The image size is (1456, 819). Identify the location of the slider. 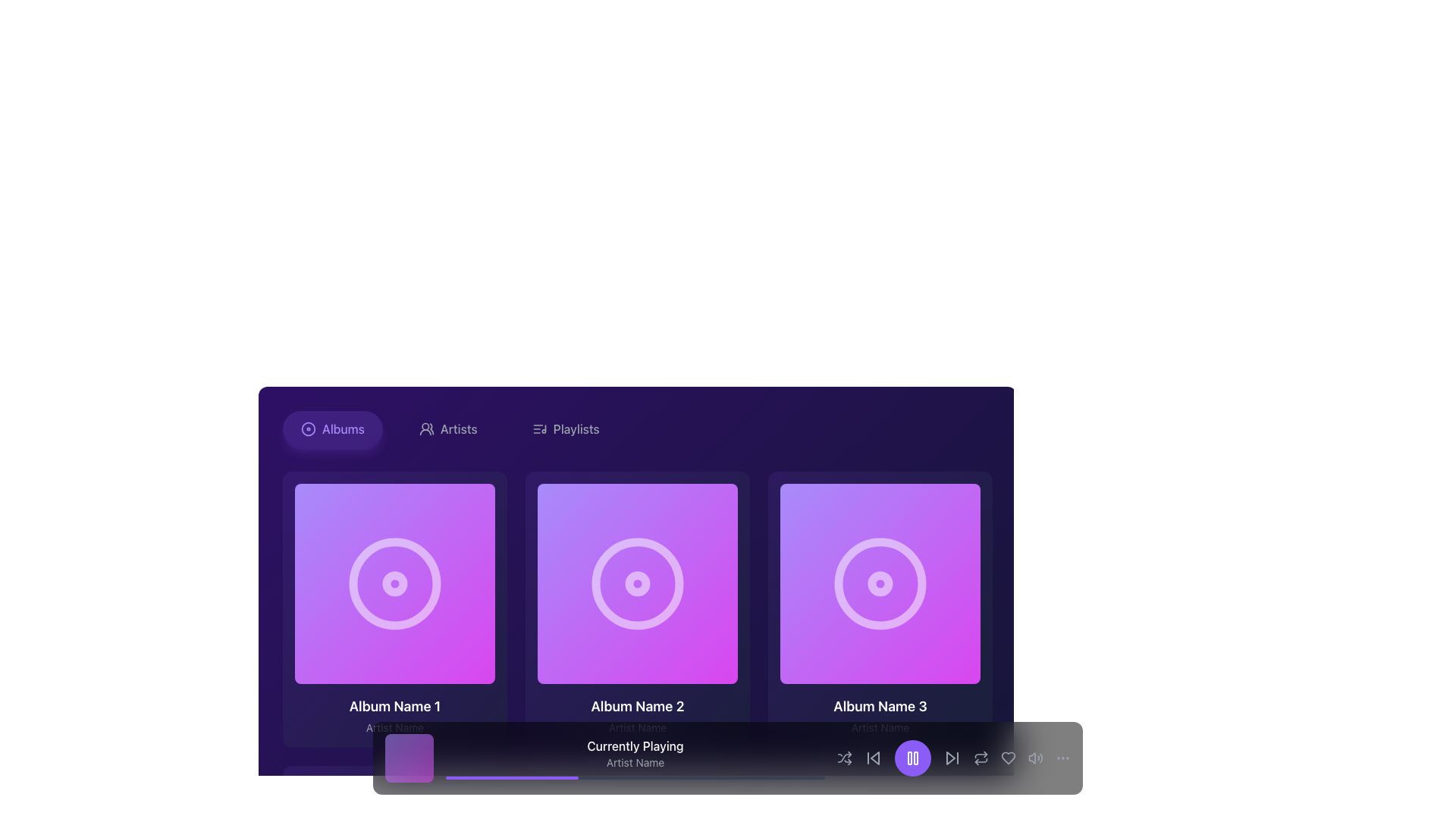
(628, 778).